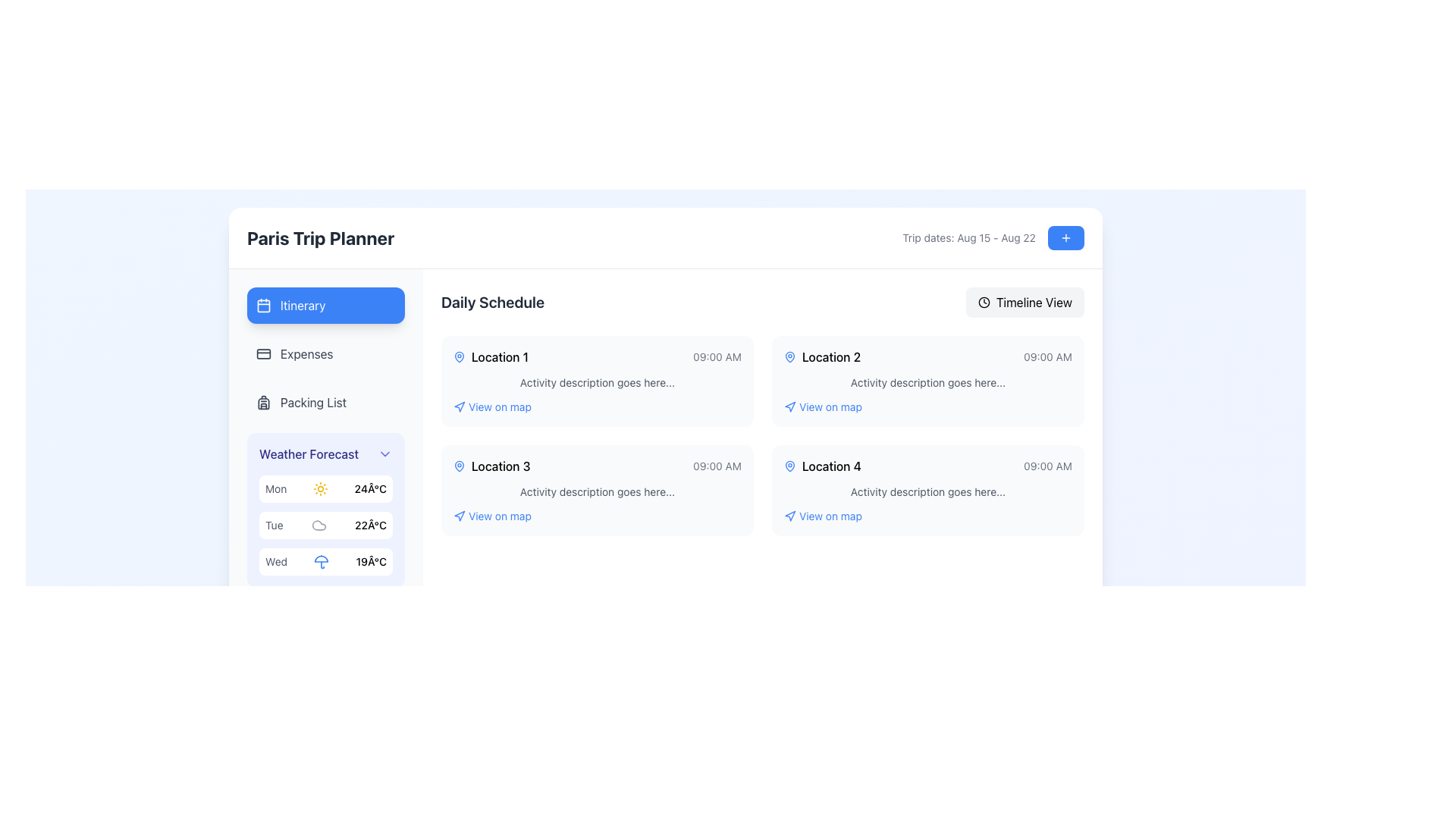 This screenshot has height=819, width=1456. Describe the element at coordinates (789, 514) in the screenshot. I see `the upward-pointing blue triangular arrow in the SVG navigation icon` at that location.